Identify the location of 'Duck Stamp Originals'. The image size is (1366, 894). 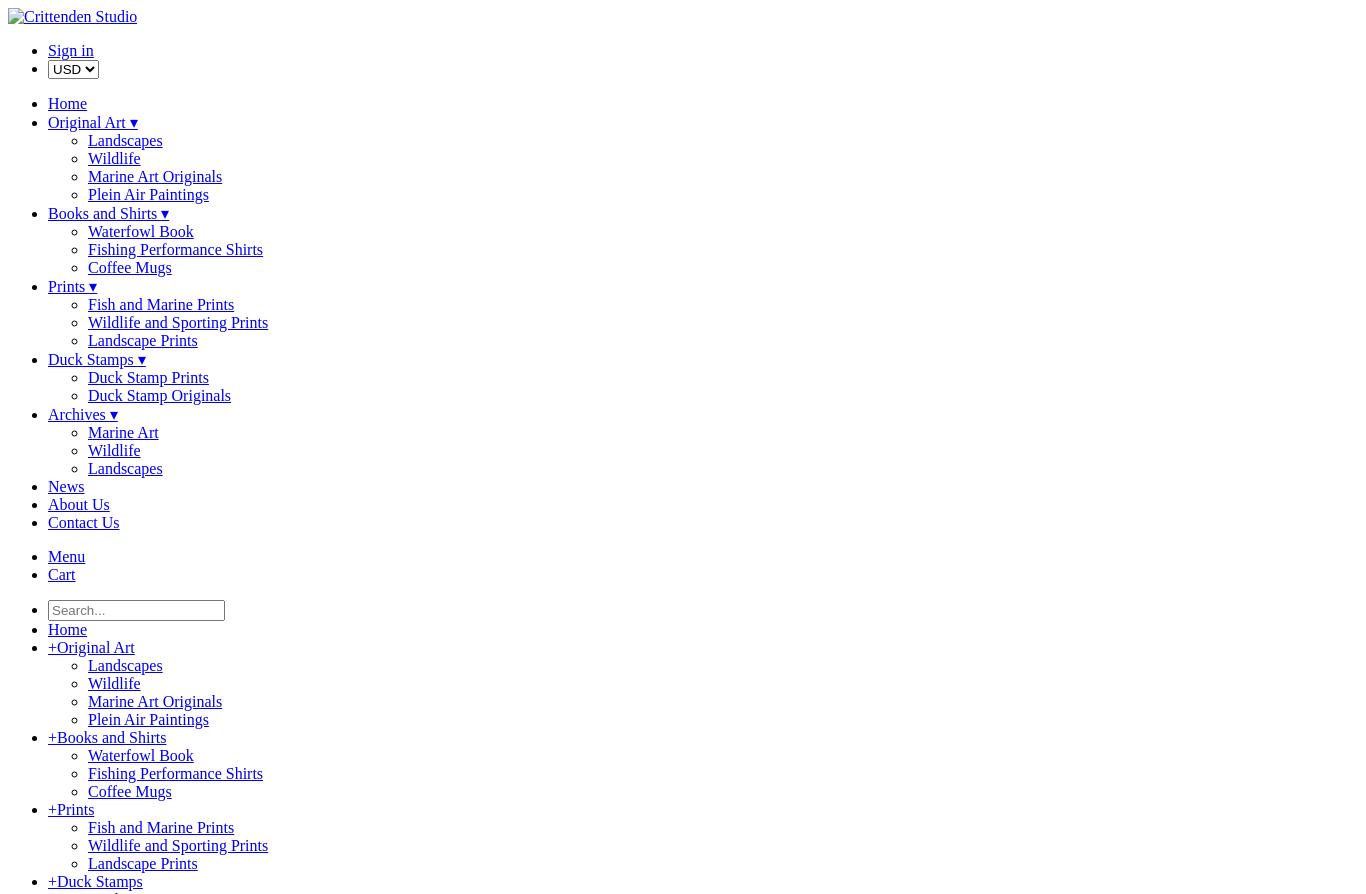
(158, 394).